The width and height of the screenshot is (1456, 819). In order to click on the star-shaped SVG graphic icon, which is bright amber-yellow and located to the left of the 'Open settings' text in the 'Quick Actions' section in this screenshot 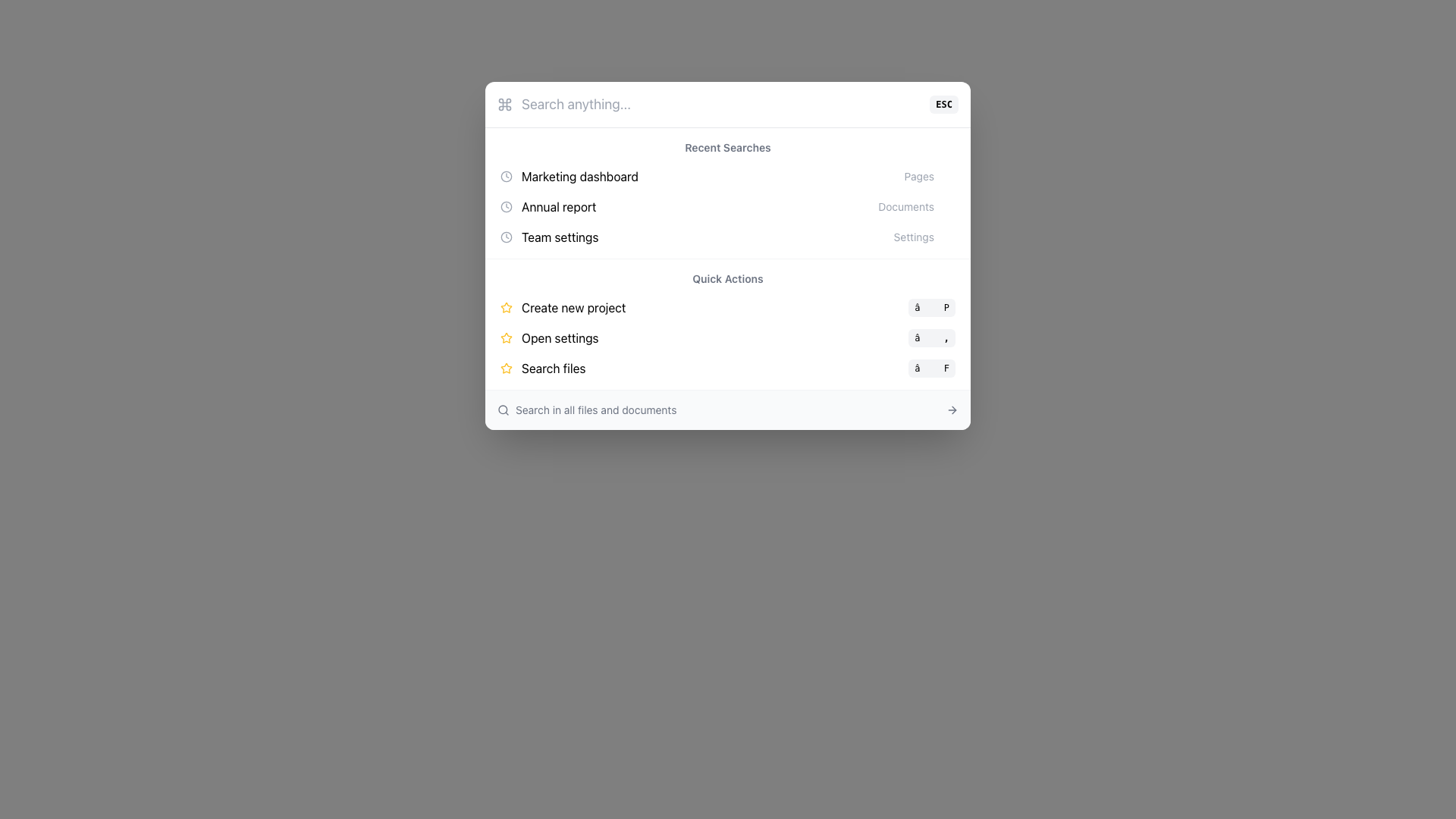, I will do `click(506, 337)`.